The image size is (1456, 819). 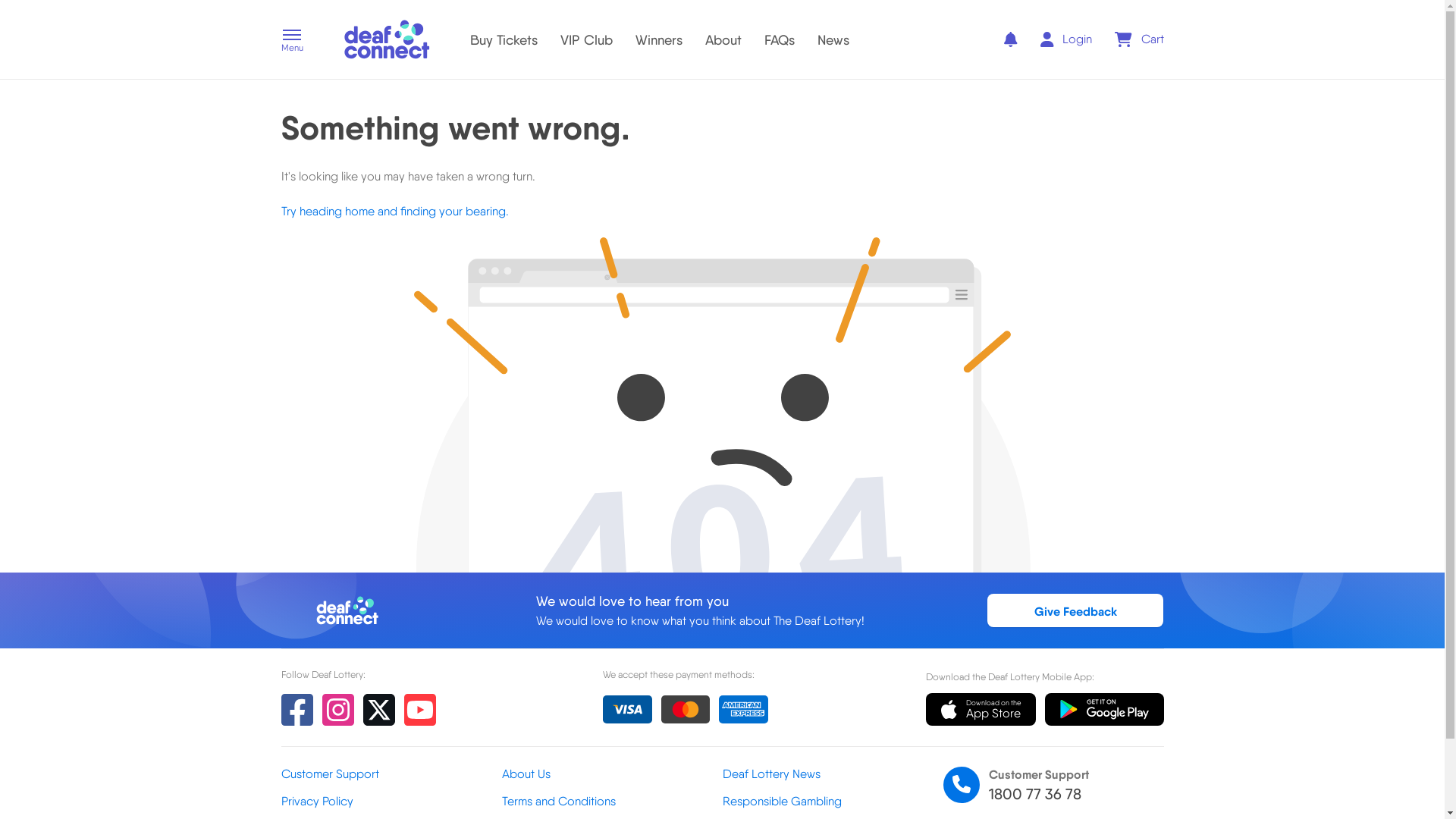 I want to click on 'News', so click(x=833, y=38).